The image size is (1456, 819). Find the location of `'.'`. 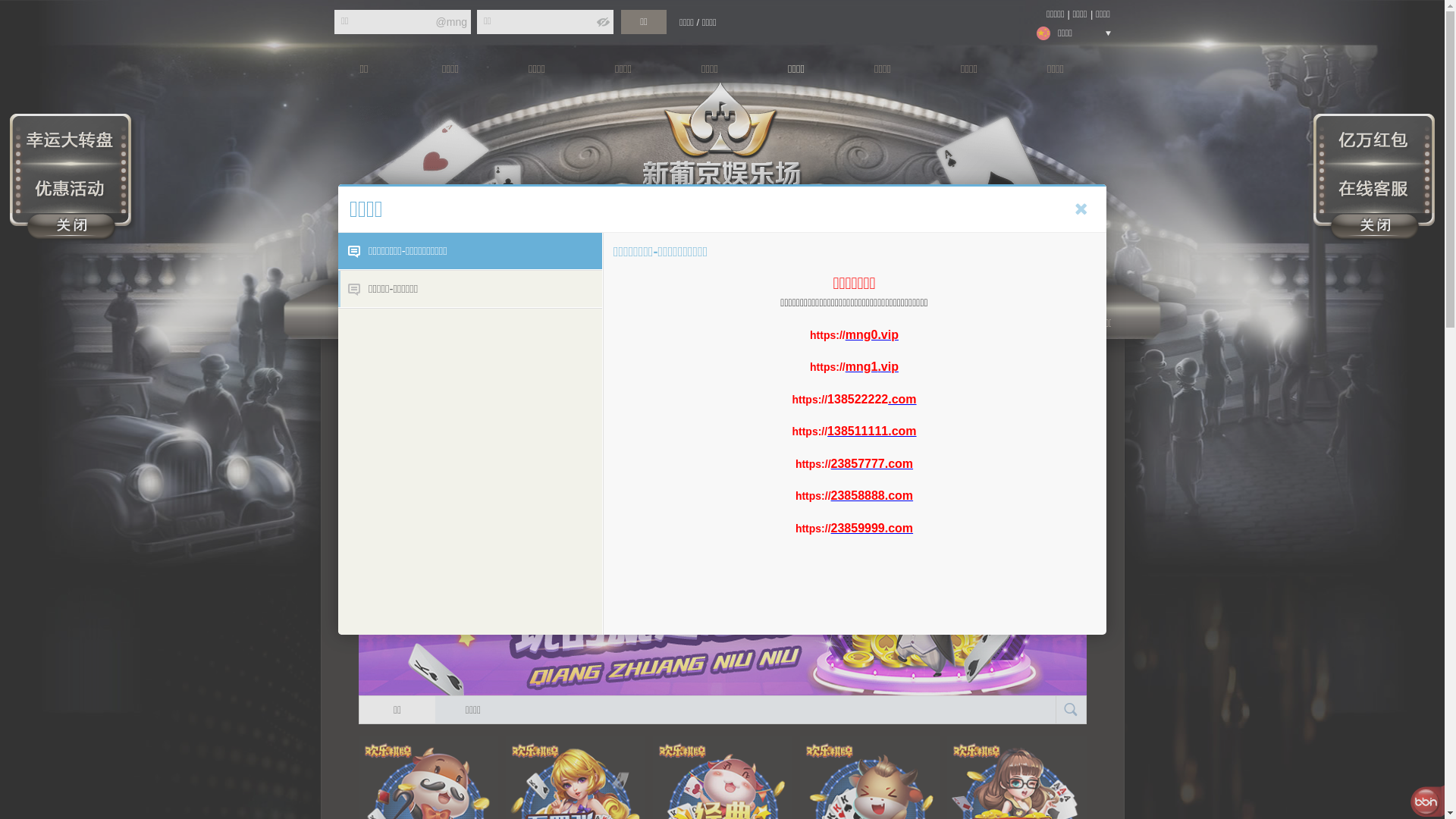

'.' is located at coordinates (878, 366).